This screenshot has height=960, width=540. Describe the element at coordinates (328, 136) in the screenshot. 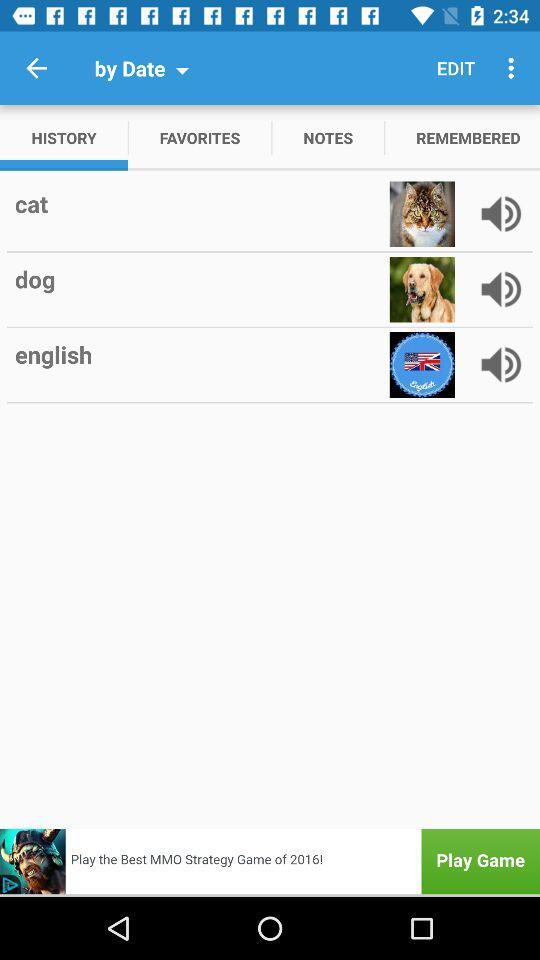

I see `the app next to remembered item` at that location.